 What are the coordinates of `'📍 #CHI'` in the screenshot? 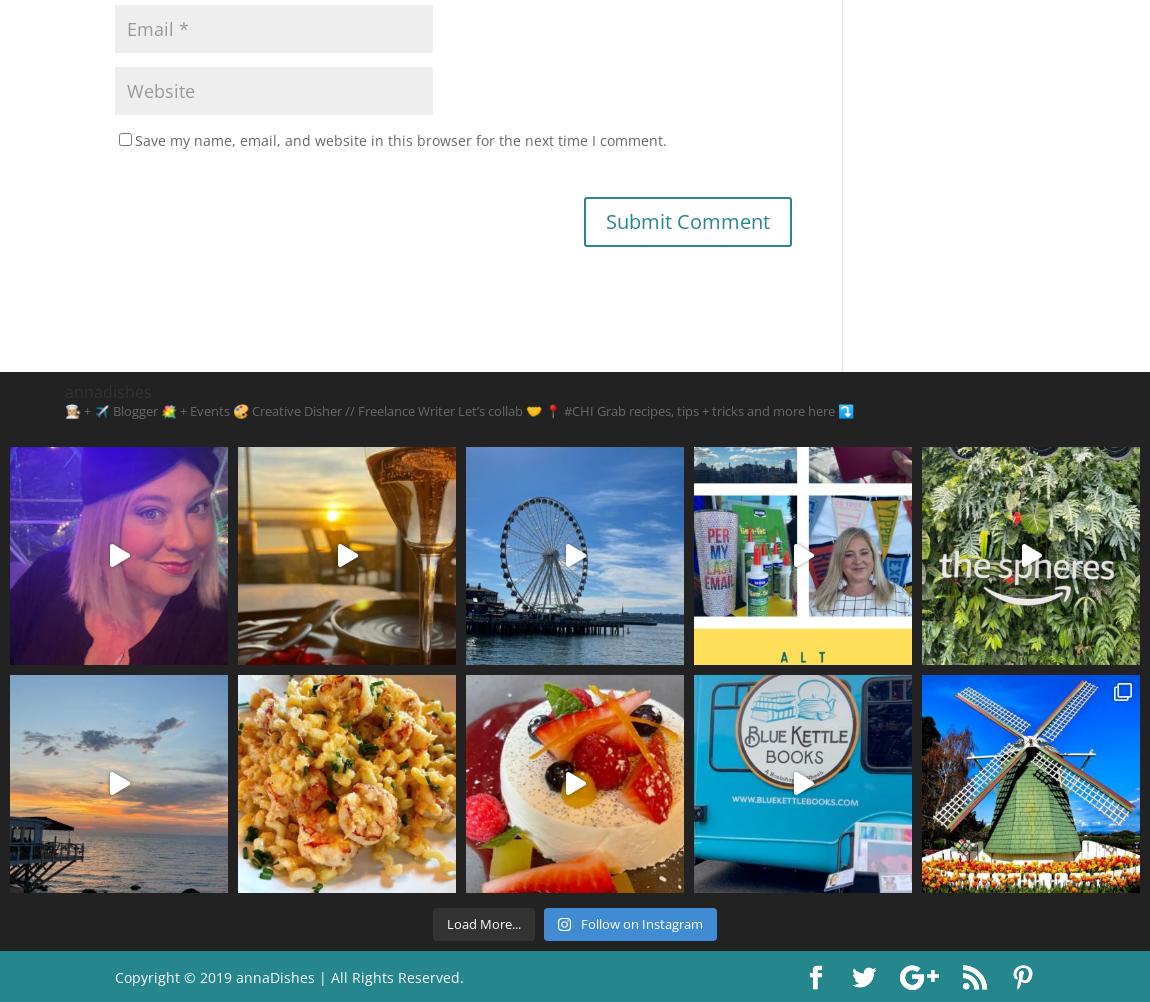 It's located at (544, 410).